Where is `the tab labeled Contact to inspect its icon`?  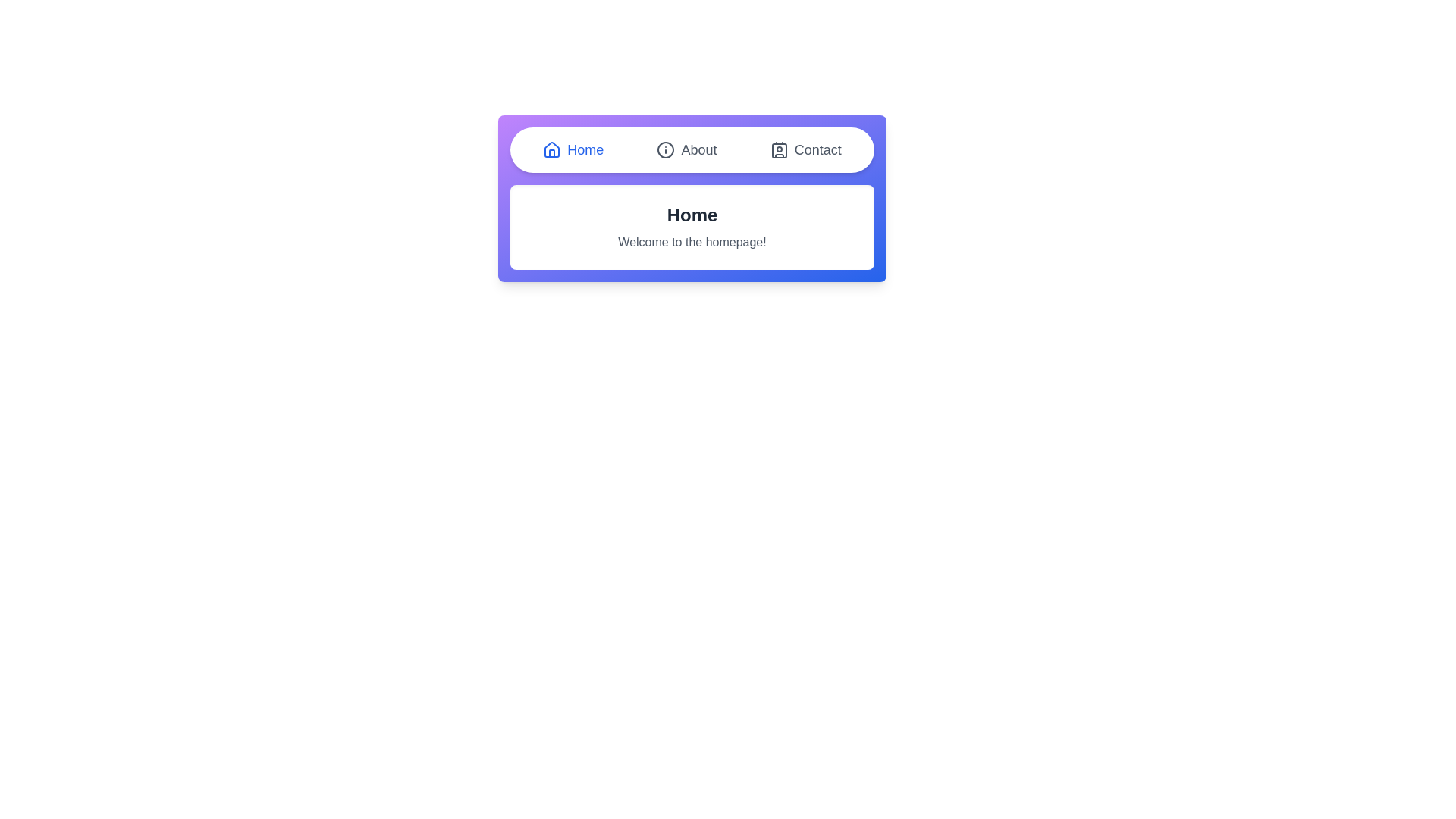 the tab labeled Contact to inspect its icon is located at coordinates (805, 149).